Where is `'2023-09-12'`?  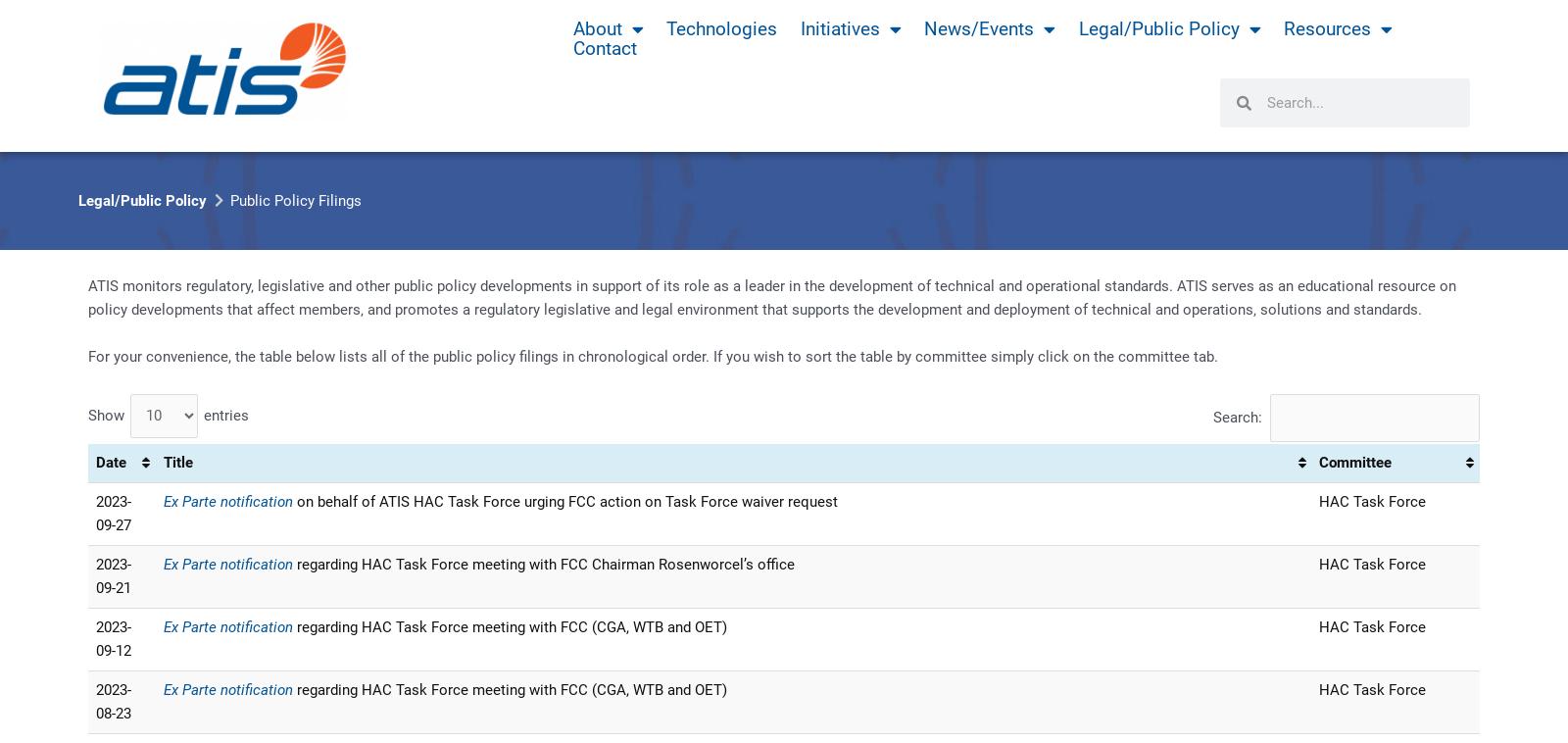 '2023-09-12' is located at coordinates (112, 639).